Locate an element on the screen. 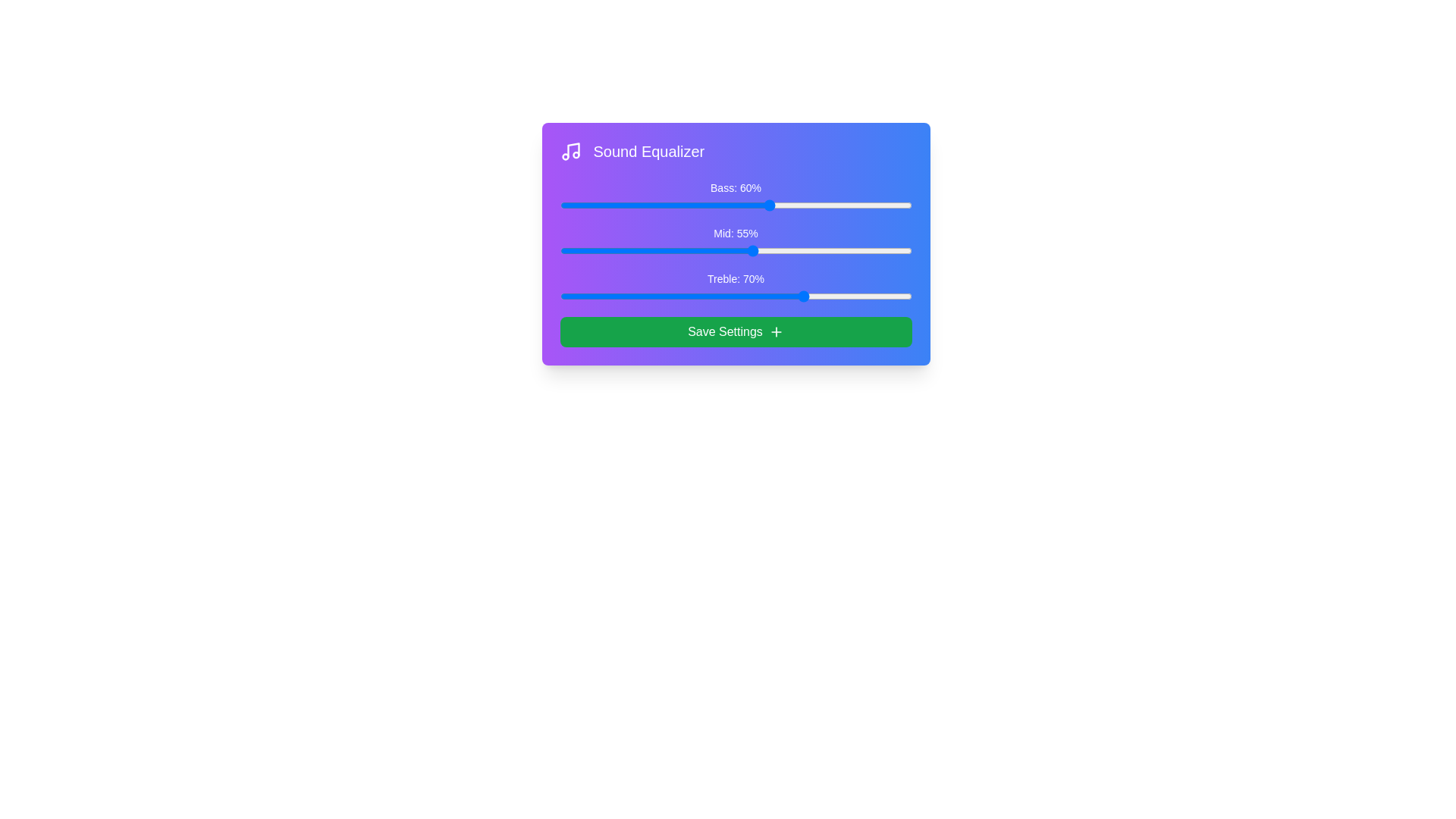 Image resolution: width=1456 pixels, height=819 pixels. the Treble slider to 70% is located at coordinates (805, 296).